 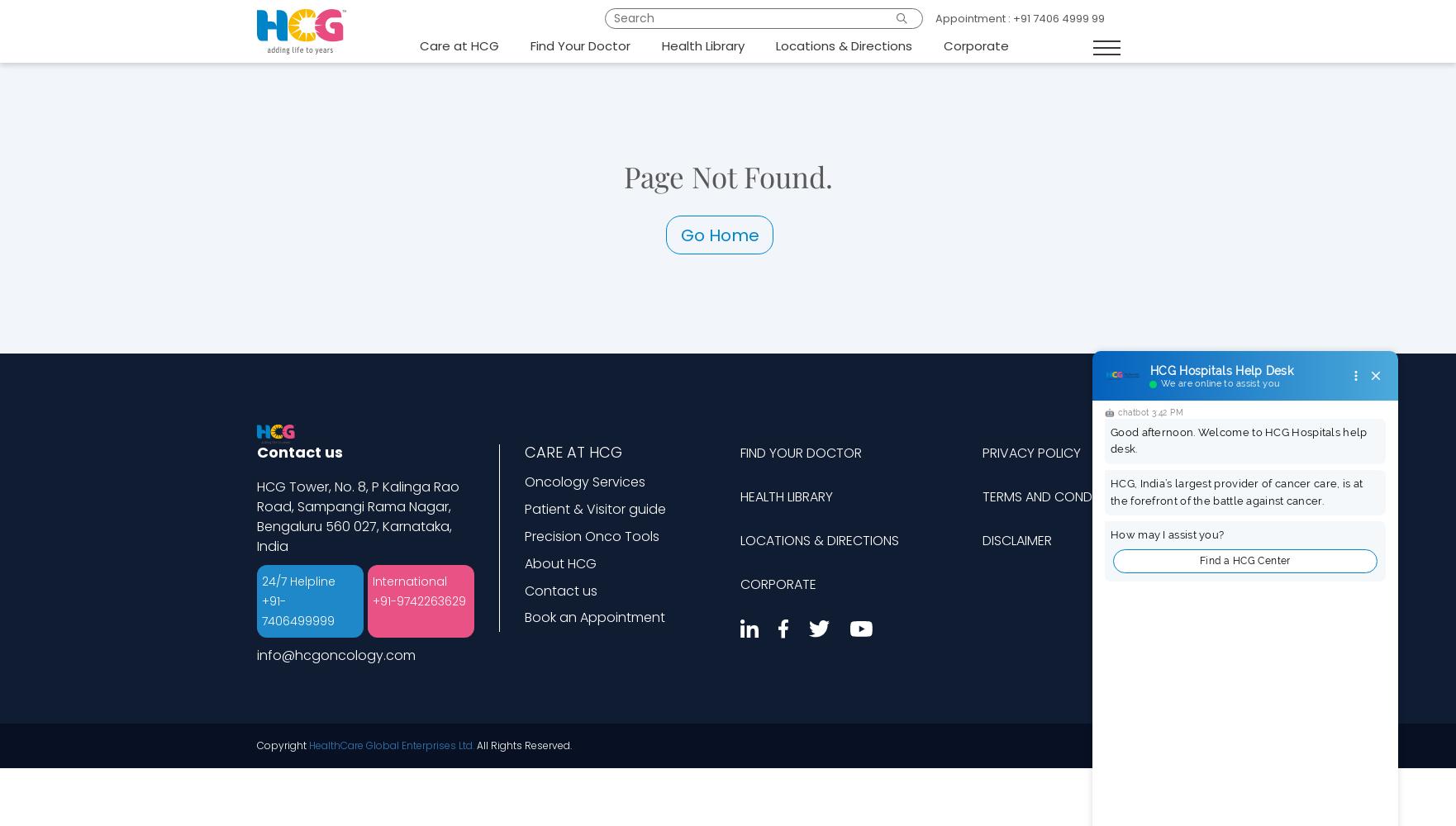 What do you see at coordinates (593, 616) in the screenshot?
I see `'Book an Appointment'` at bounding box center [593, 616].